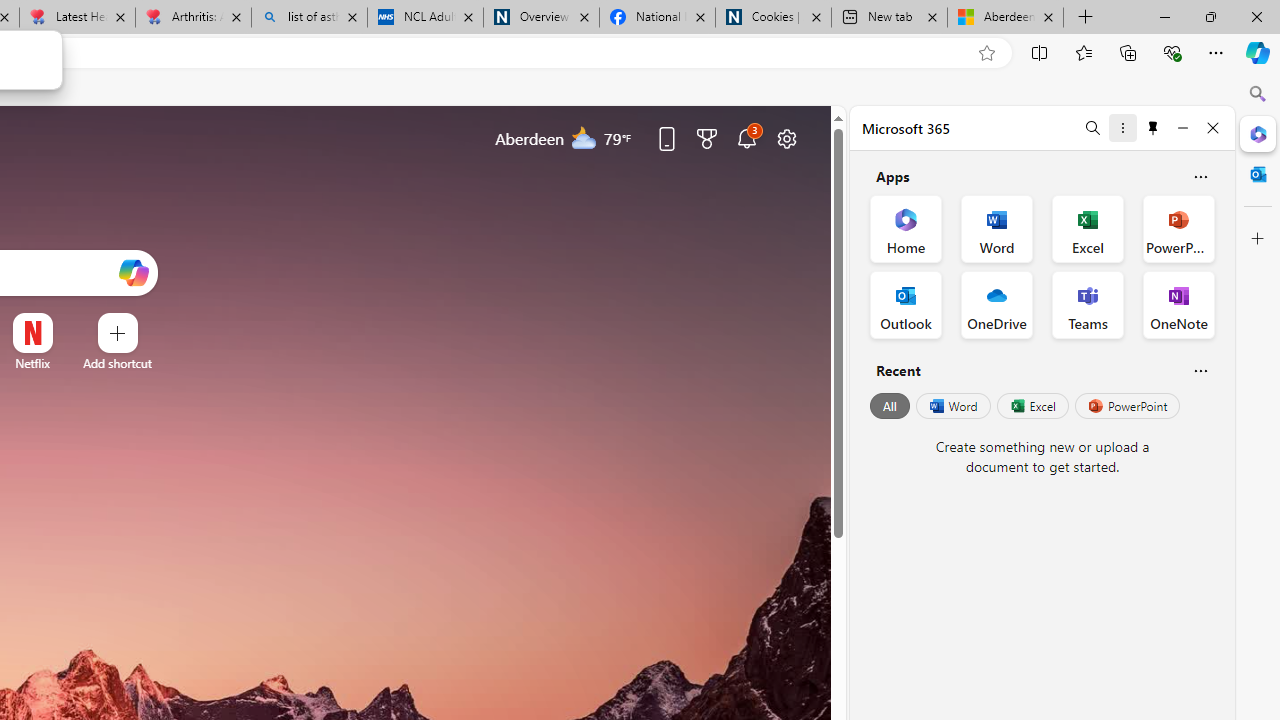 The image size is (1280, 720). I want to click on 'Add a site', so click(116, 363).